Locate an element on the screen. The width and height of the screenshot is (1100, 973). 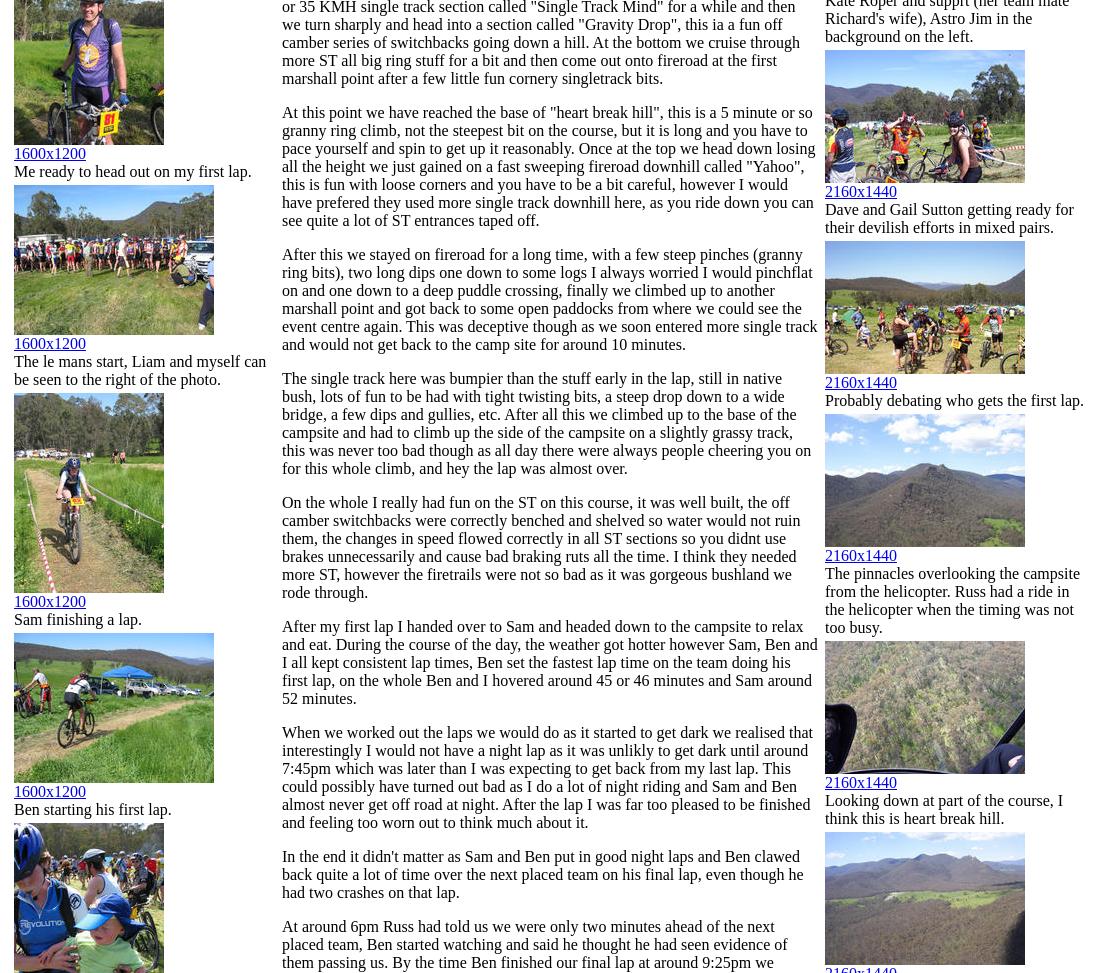
'At this point we have reached the base of "heart break hill", this is a 5
minute or so granny ring climb, not the steepest bit on the course, but it is
long and you have to pace yourself and spin to get up it reasonably. Once at
the top we head down losing all the height we just gained on a fast sweeping
fireroad downhill called "Yahoo", this is fun with loose corners and you have
to be a bit careful, however I would have prefered they used more single track
downhill here, as you ride down you can see quite a lot of ST entrances taped
off.' is located at coordinates (281, 166).